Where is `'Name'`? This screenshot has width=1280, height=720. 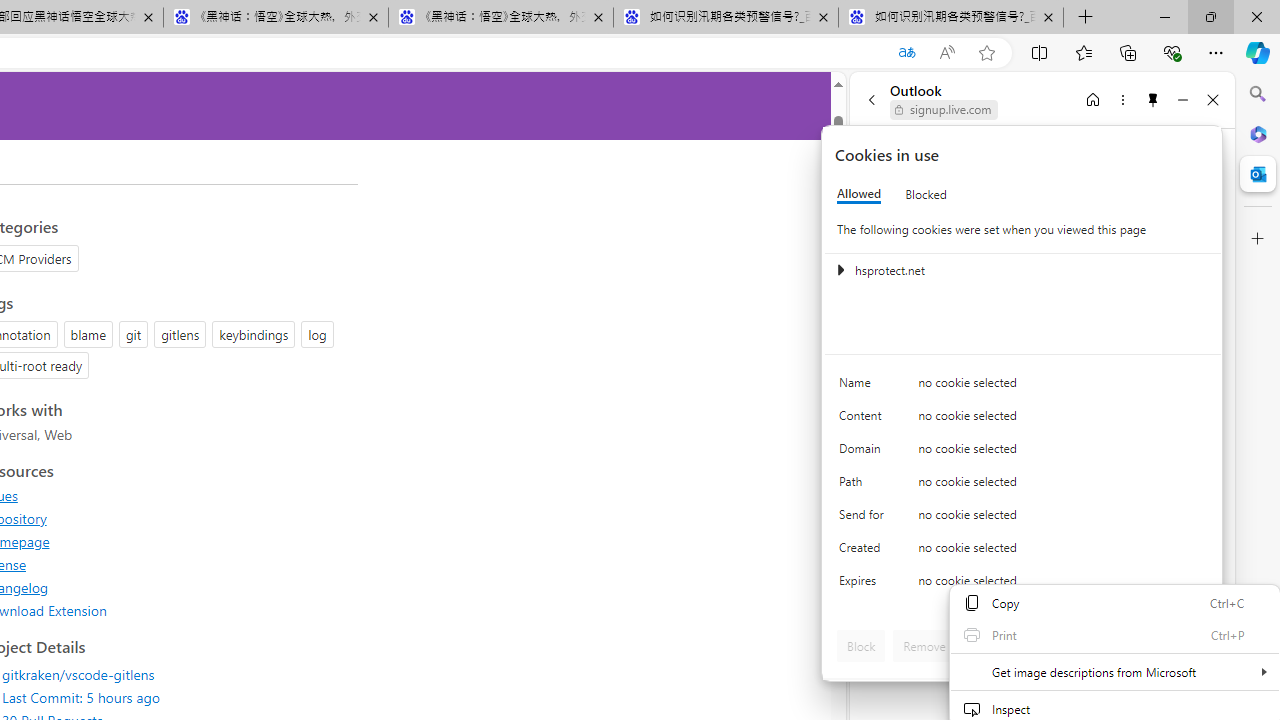
'Name' is located at coordinates (865, 387).